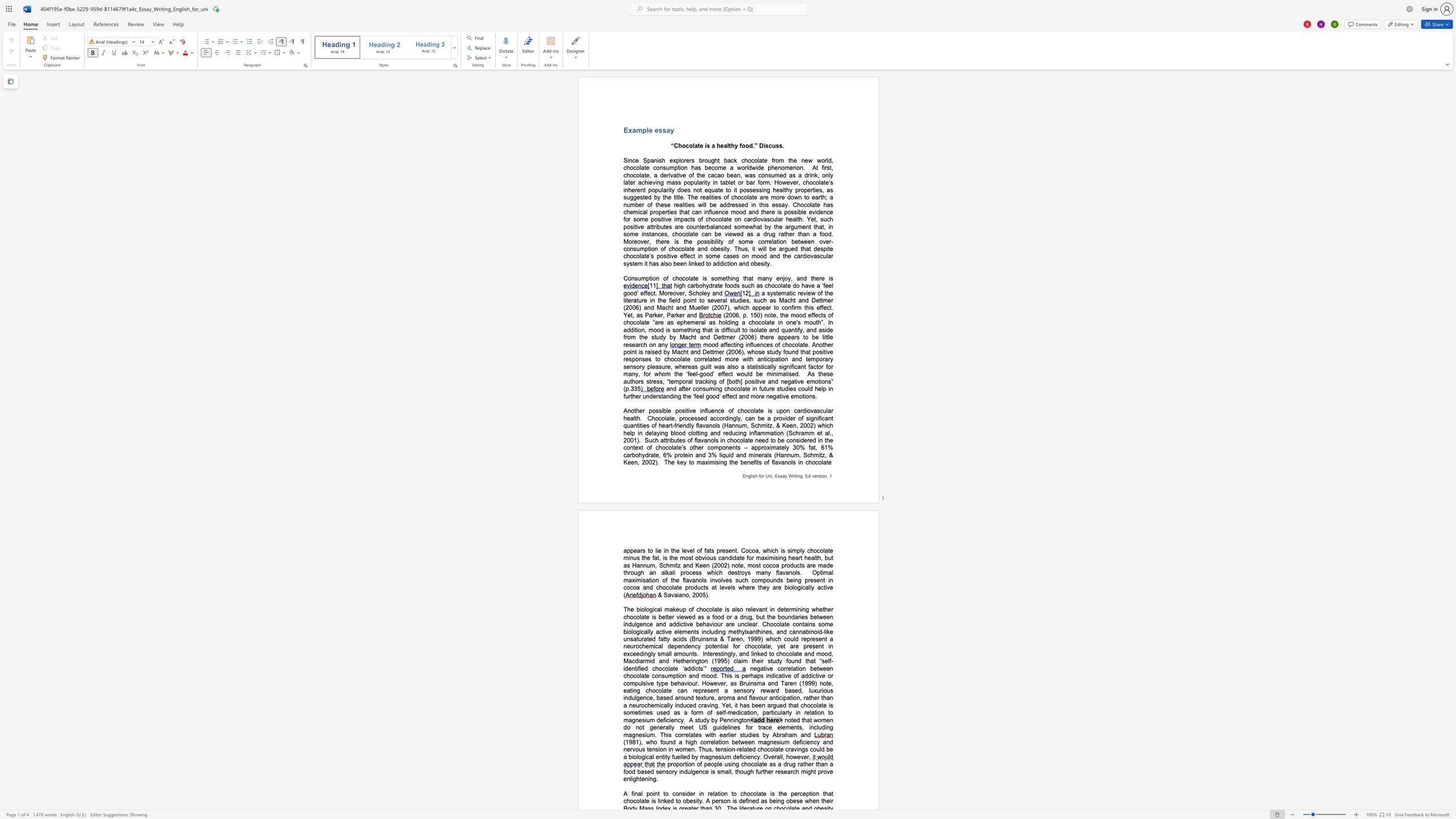 The image size is (1456, 819). Describe the element at coordinates (628, 697) in the screenshot. I see `the subset text "du" within the text "a sensory reward based, luxurious indulgence, based around texture,"` at that location.